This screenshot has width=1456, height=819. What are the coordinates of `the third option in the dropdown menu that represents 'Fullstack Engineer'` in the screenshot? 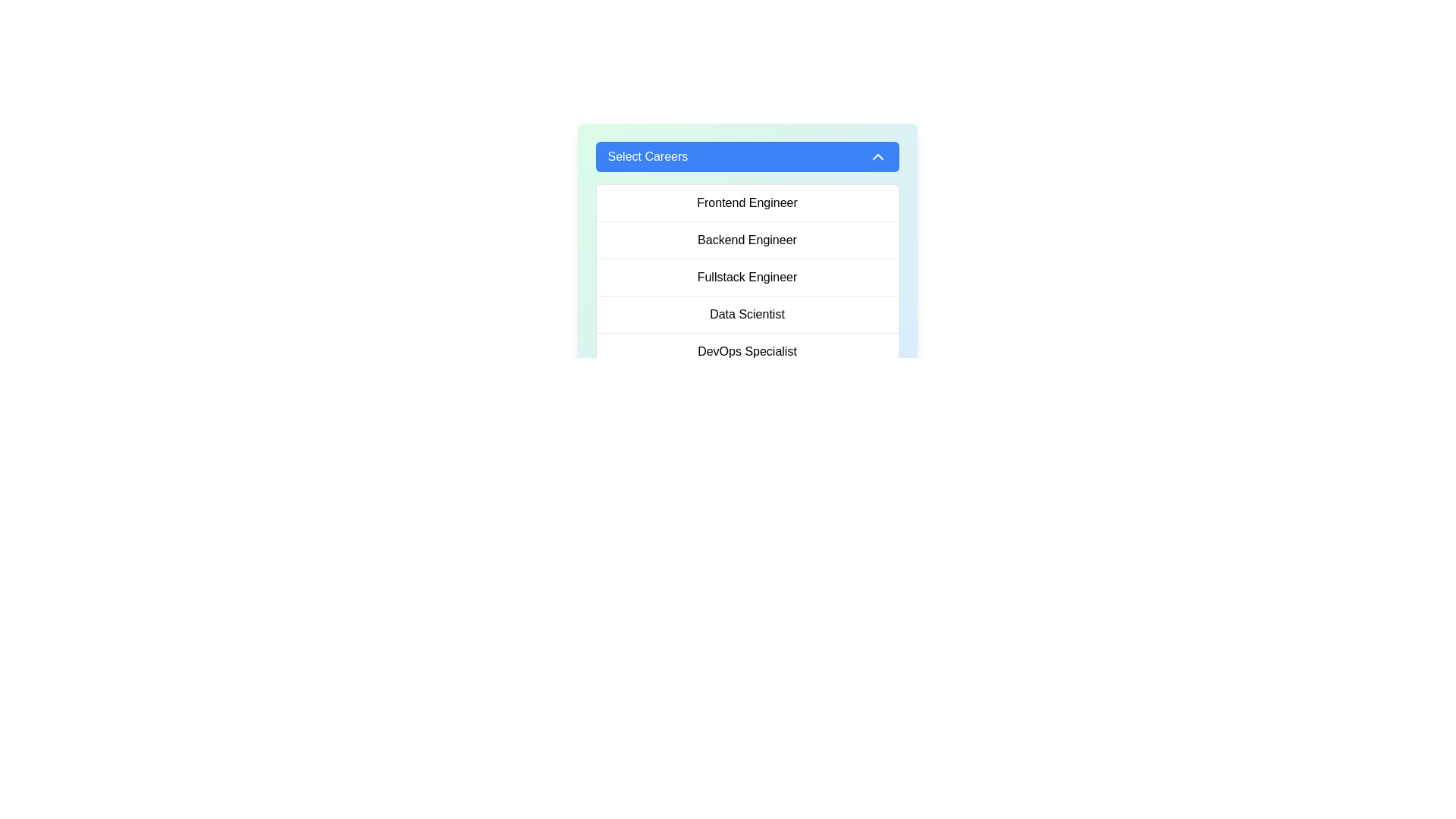 It's located at (747, 278).